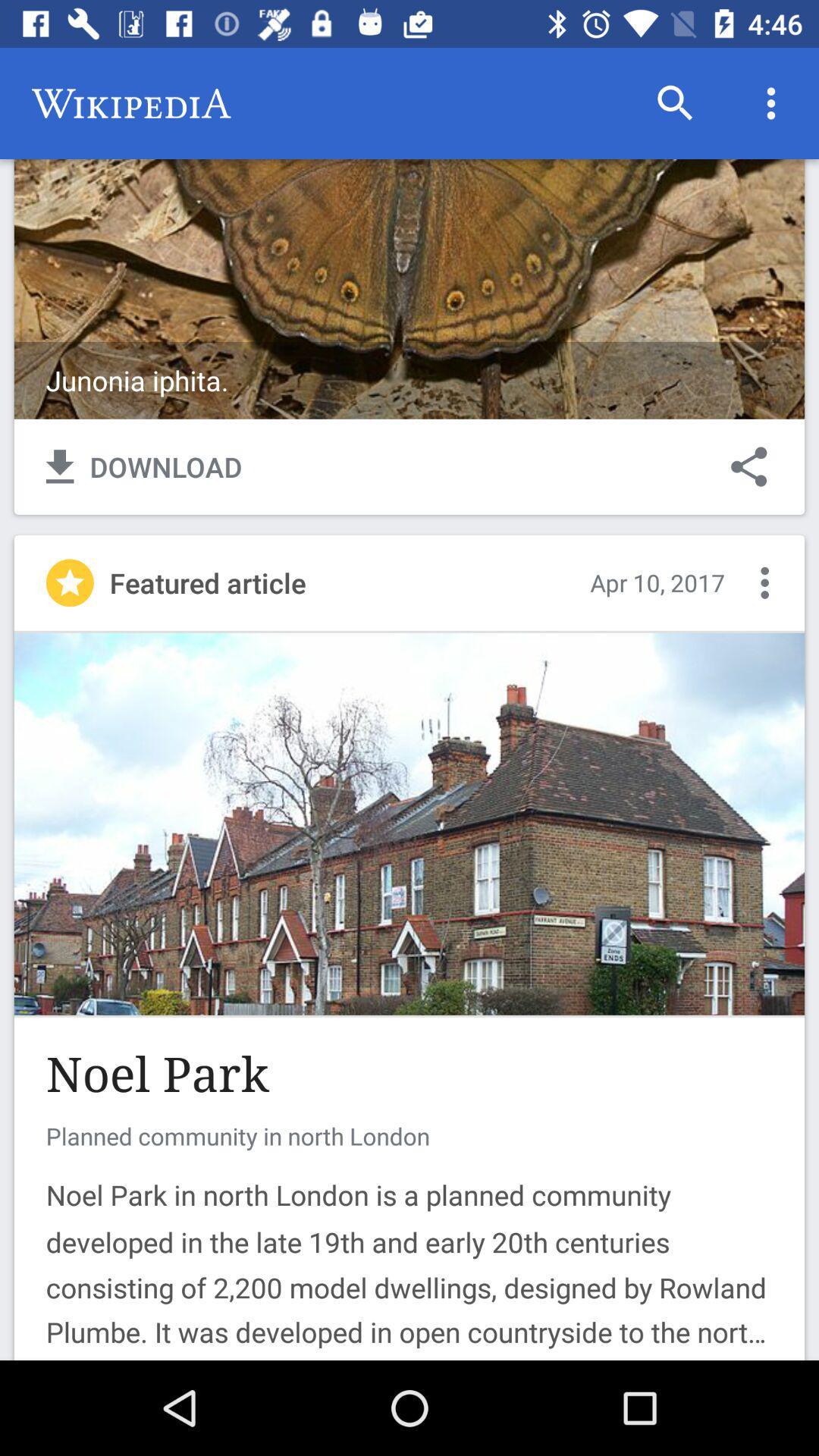 Image resolution: width=819 pixels, height=1456 pixels. I want to click on the text along with the symbol left to share button, so click(144, 466).